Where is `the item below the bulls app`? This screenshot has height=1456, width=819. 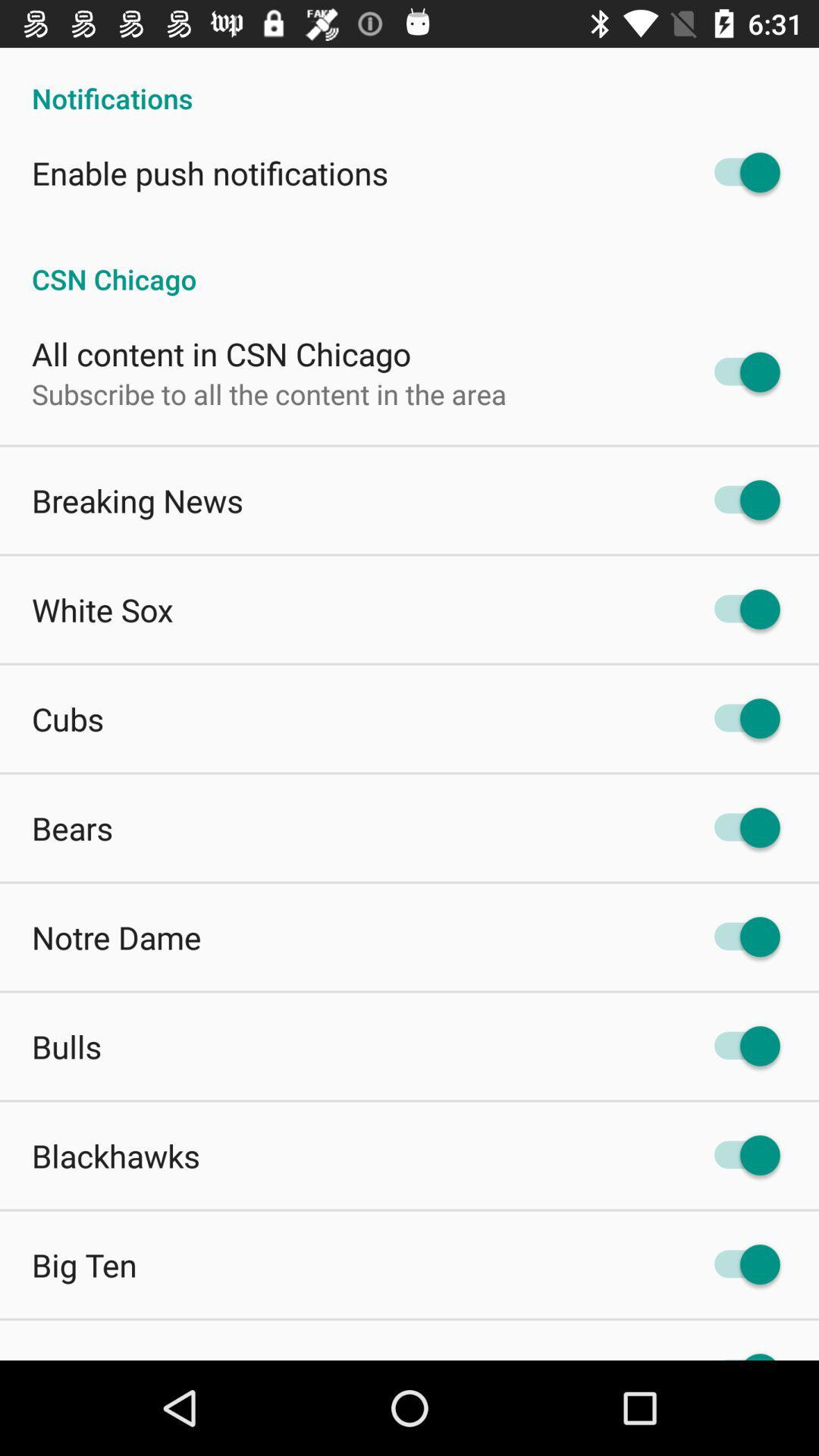 the item below the bulls app is located at coordinates (115, 1154).